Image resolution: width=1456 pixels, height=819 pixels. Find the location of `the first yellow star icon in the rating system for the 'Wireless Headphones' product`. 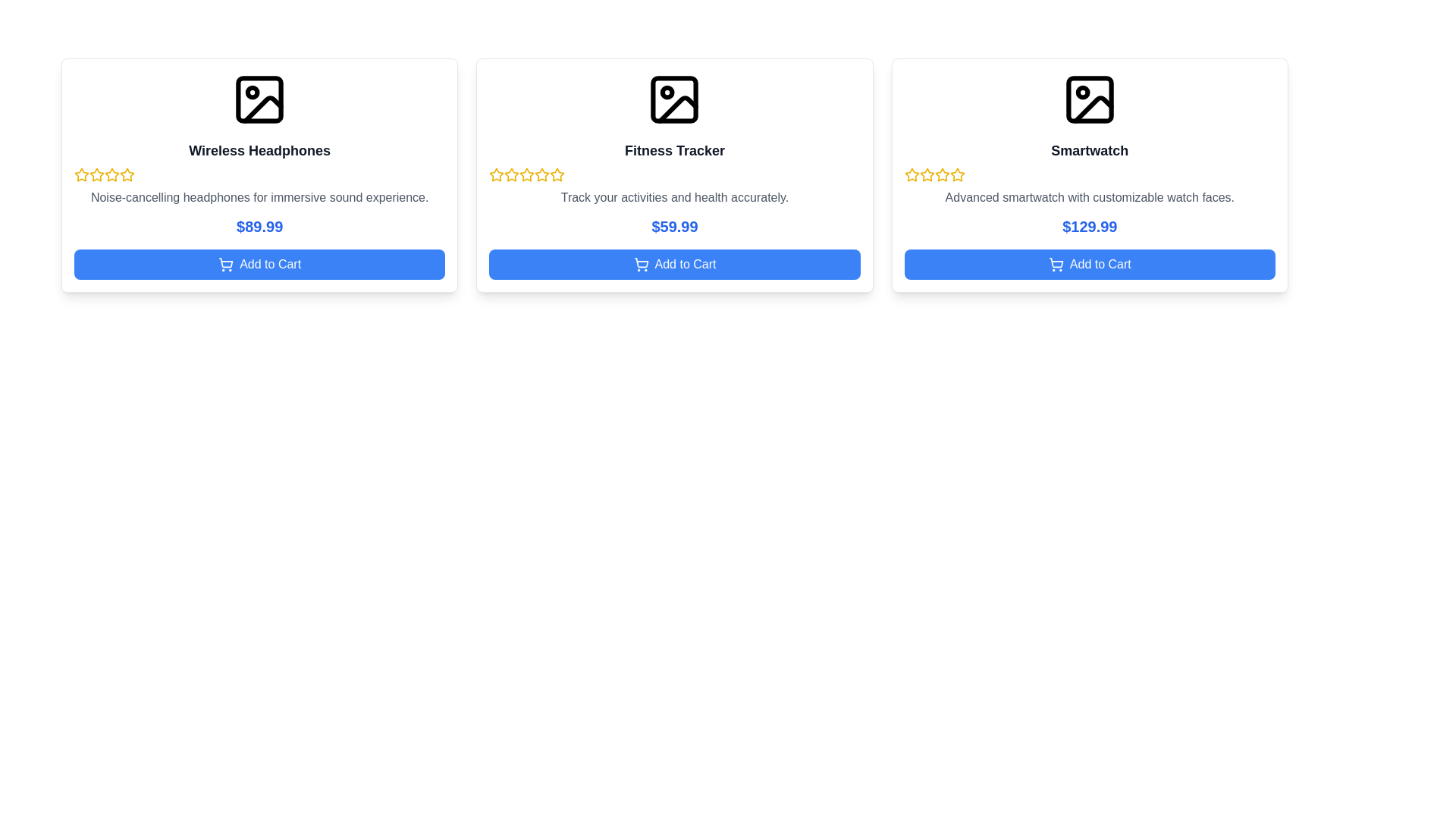

the first yellow star icon in the rating system for the 'Wireless Headphones' product is located at coordinates (81, 174).